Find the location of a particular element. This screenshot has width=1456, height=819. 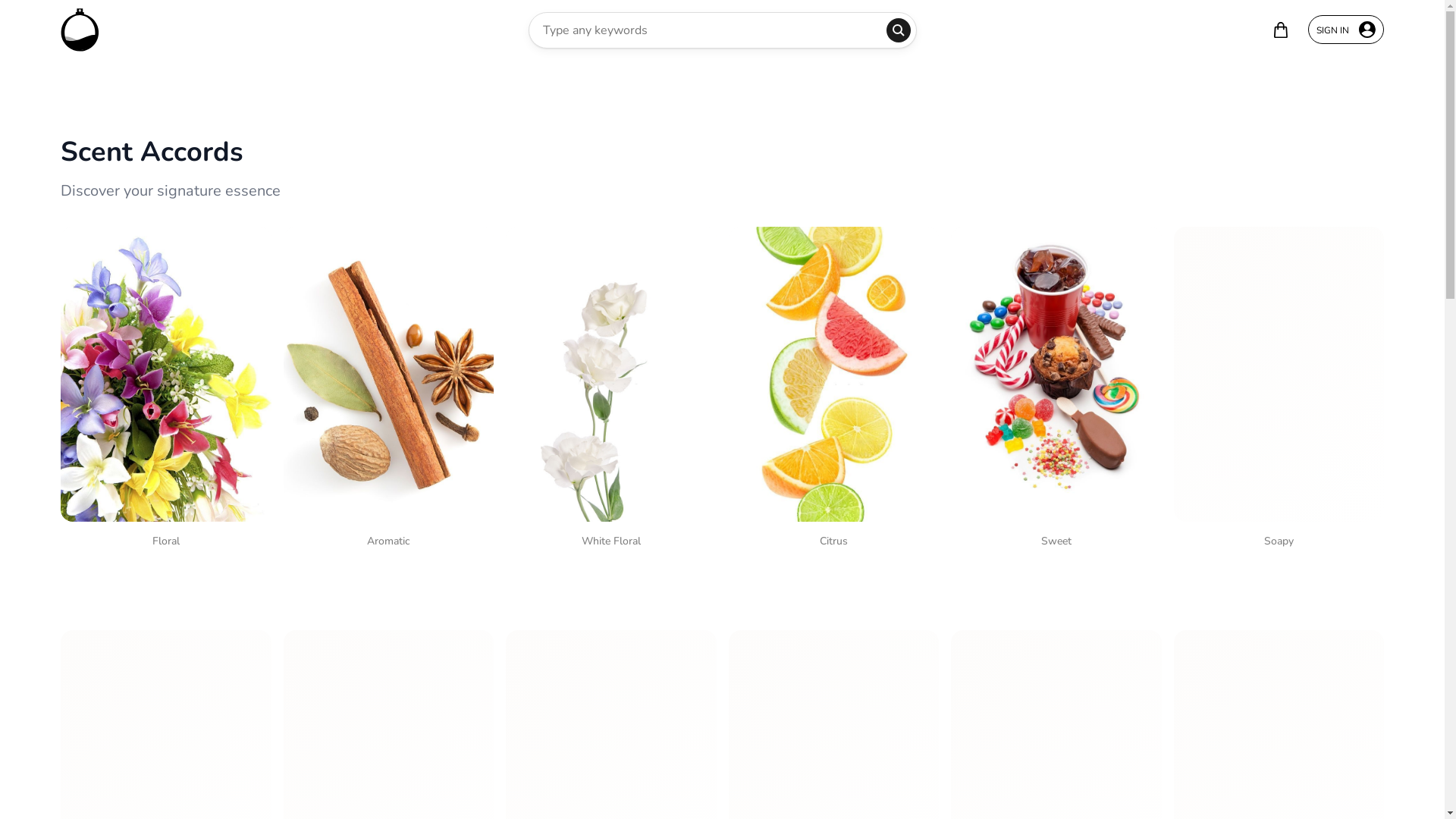

'SIGN IN' is located at coordinates (1307, 29).